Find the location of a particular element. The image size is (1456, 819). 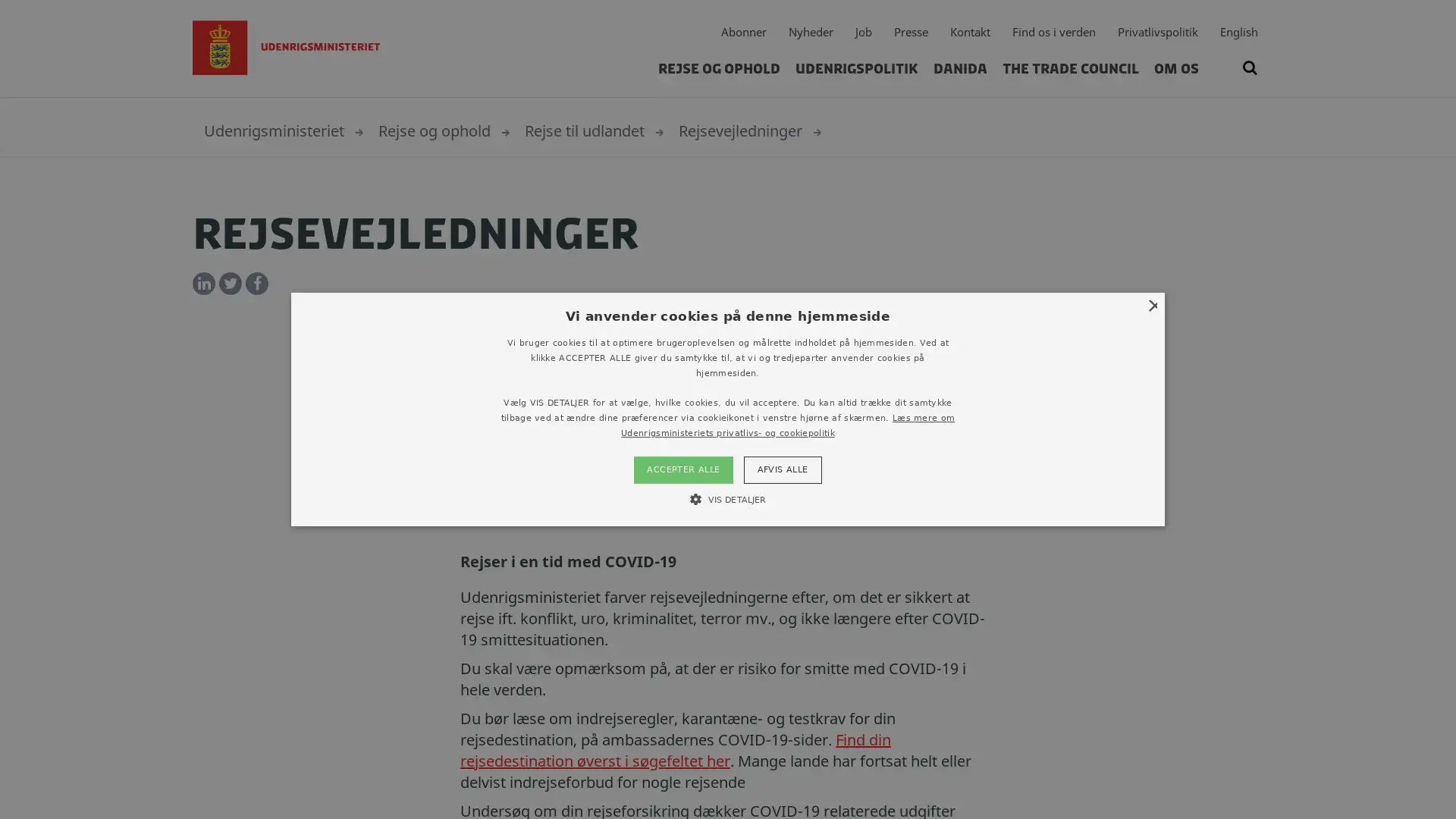

Close Vi anvender cookies pa denne hjemmeside Vi bruger cookies til at optimere brugeroplevelsen og malrette indholdet pa hjemmesiden. Ved at klikke ACCEPTER ALLE giver du samtykke til, at vi og tredjeparter anvender cookies pa hjemmesiden. Vlg VIS DETALJER for at vlge, hvilke cookies, du vil acceptere. Du kan altid trkke dit samtykke tilbage ved at ndre dine prferencer via cookieikonet i venstre hjrne af skrmen. Ls mere om Udenrigsministeriets privatlivs- og cookiepolitik ACCEPTER ALLE AFVIS ALLE VIS DETALJER is located at coordinates (728, 408).